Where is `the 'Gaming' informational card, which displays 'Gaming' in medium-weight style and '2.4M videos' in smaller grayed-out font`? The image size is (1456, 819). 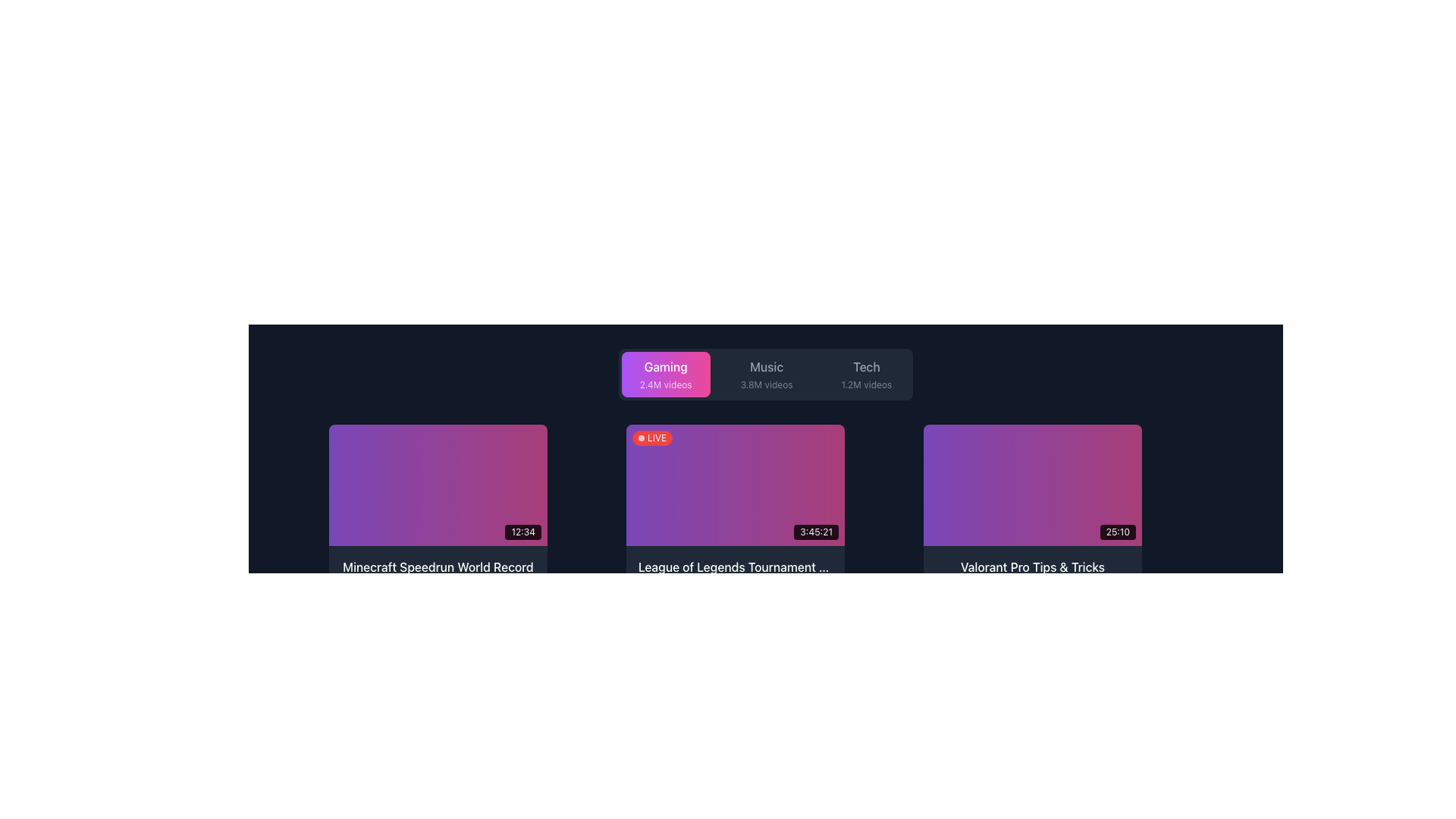 the 'Gaming' informational card, which displays 'Gaming' in medium-weight style and '2.4M videos' in smaller grayed-out font is located at coordinates (666, 374).